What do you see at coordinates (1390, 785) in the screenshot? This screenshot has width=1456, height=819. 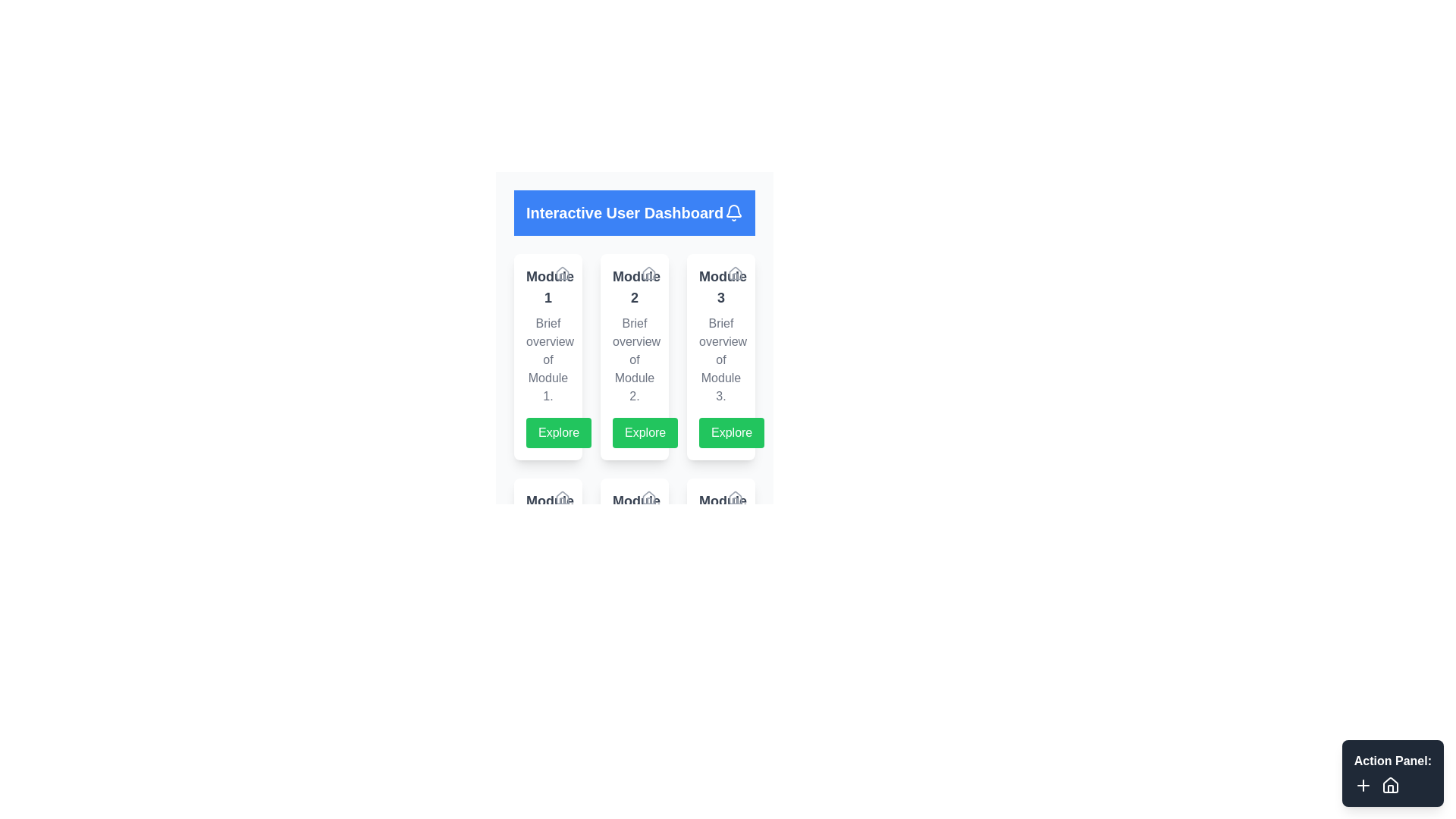 I see `the house icon, which is the second icon in the bottom-right Action Panel` at bounding box center [1390, 785].